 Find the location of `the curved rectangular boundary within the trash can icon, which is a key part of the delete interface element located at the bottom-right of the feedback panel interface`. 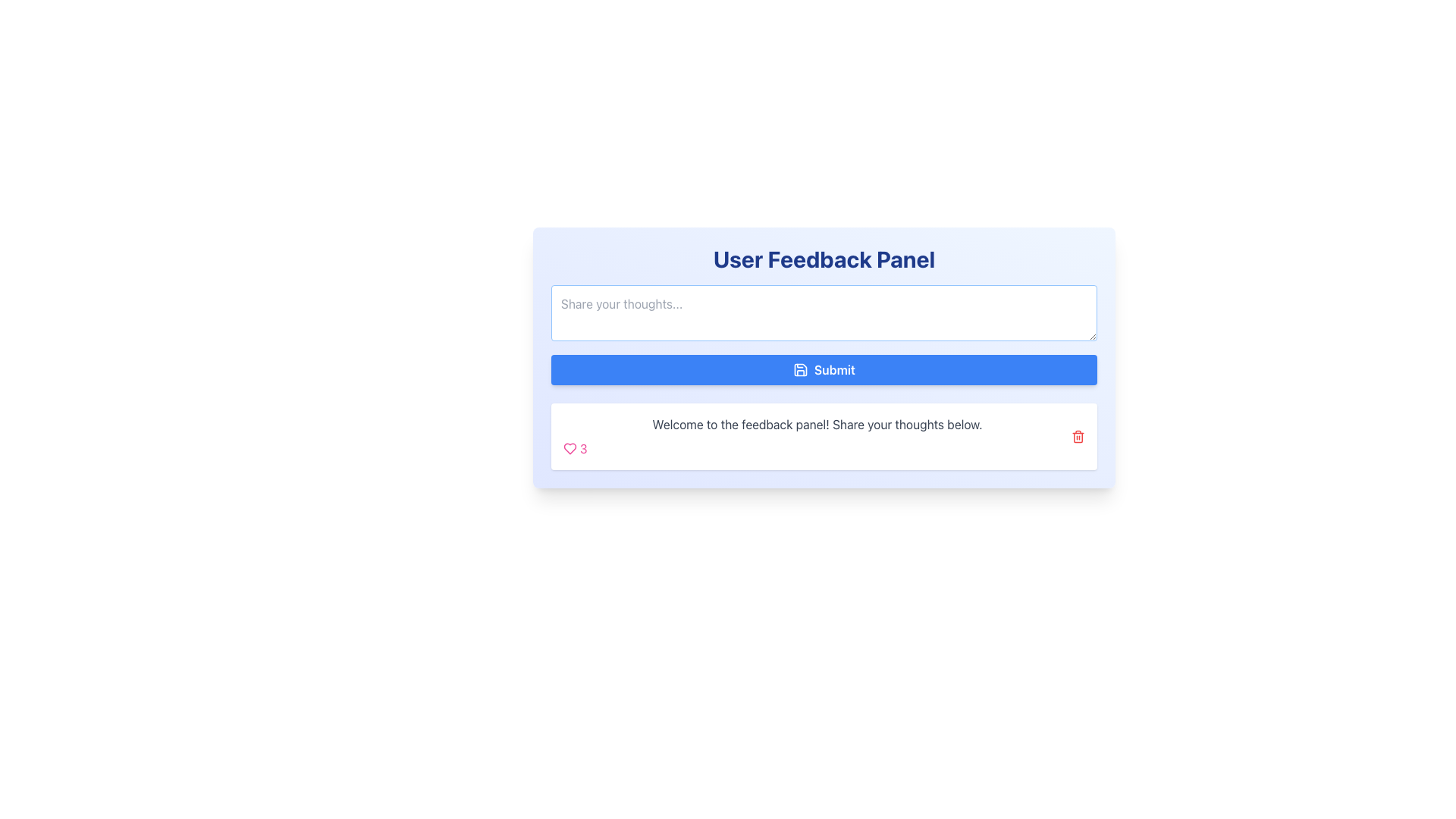

the curved rectangular boundary within the trash can icon, which is a key part of the delete interface element located at the bottom-right of the feedback panel interface is located at coordinates (1077, 438).